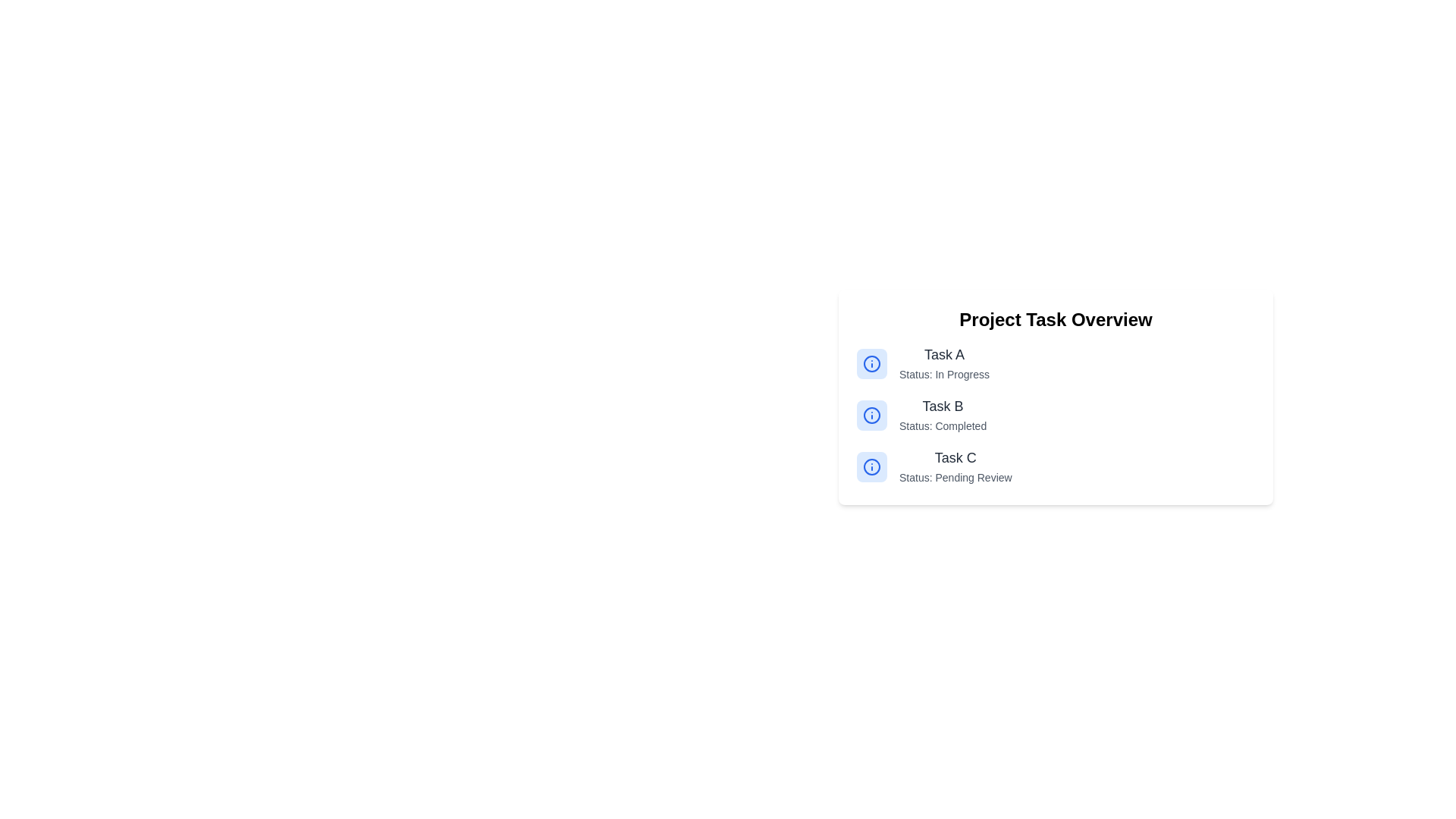  I want to click on the informational icon located to the left of the text 'Task C\nStatus: Pending Review', so click(872, 466).